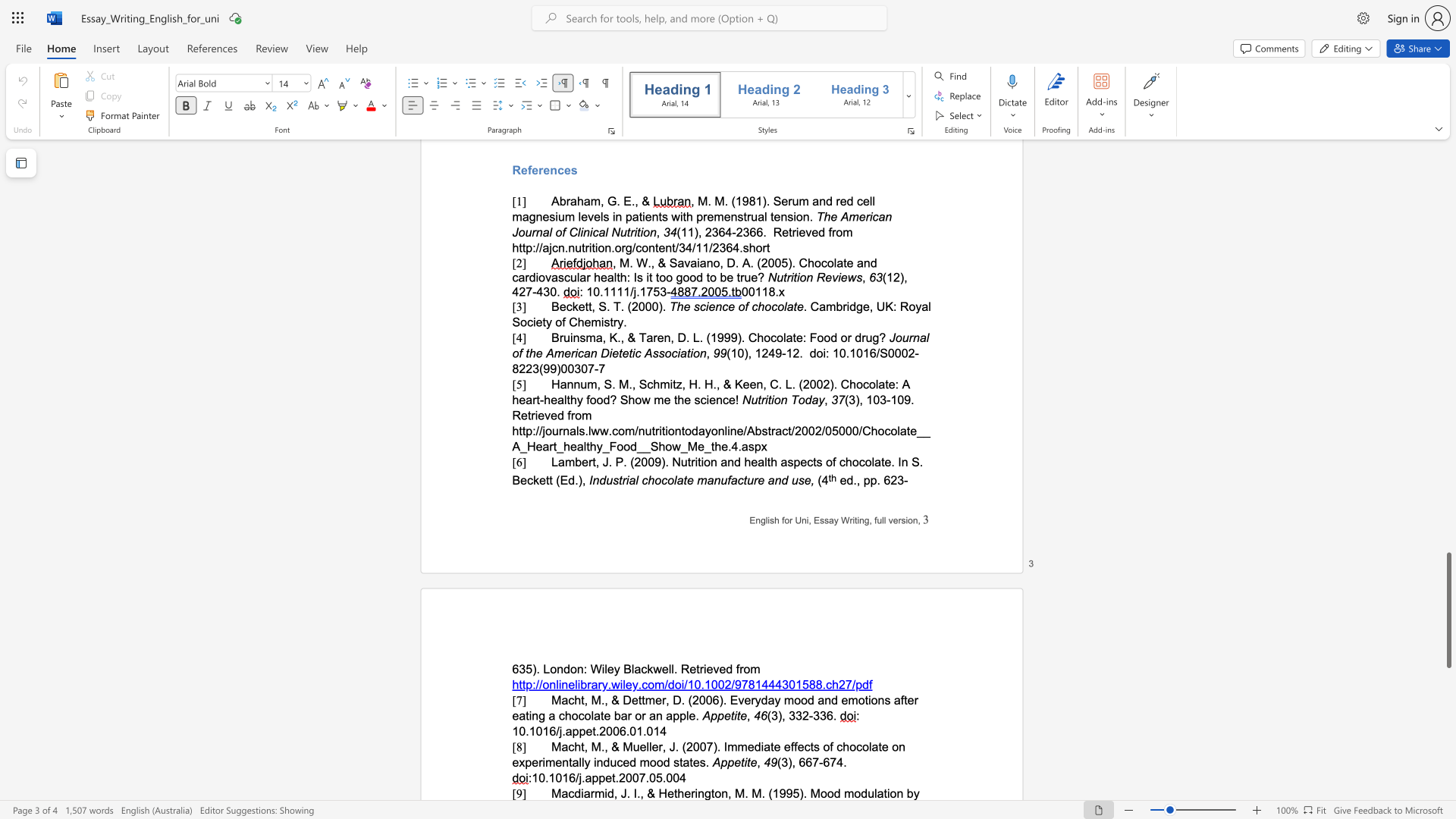  Describe the element at coordinates (1448, 461) in the screenshot. I see `the scrollbar to scroll the page up` at that location.